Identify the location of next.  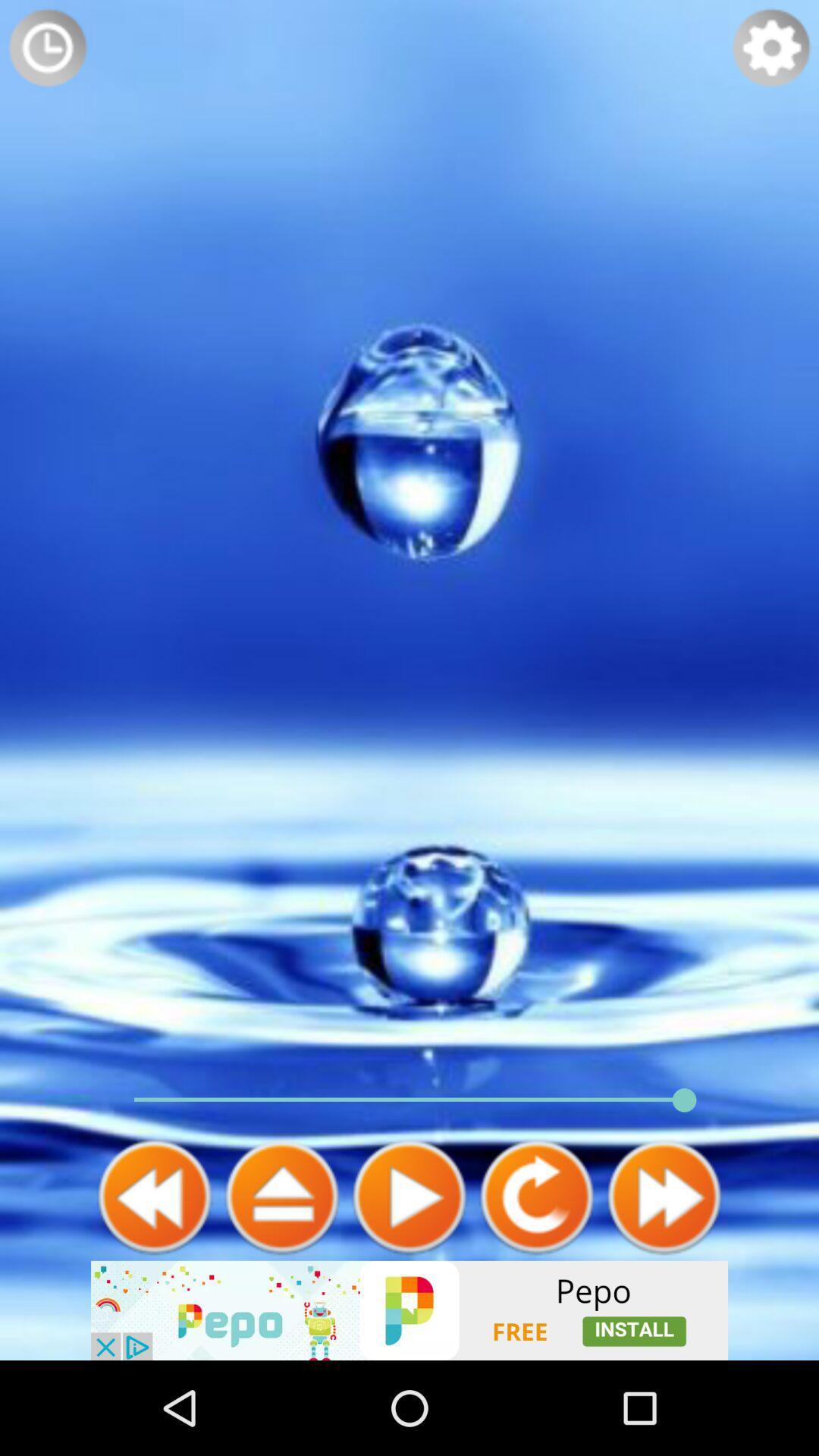
(281, 1196).